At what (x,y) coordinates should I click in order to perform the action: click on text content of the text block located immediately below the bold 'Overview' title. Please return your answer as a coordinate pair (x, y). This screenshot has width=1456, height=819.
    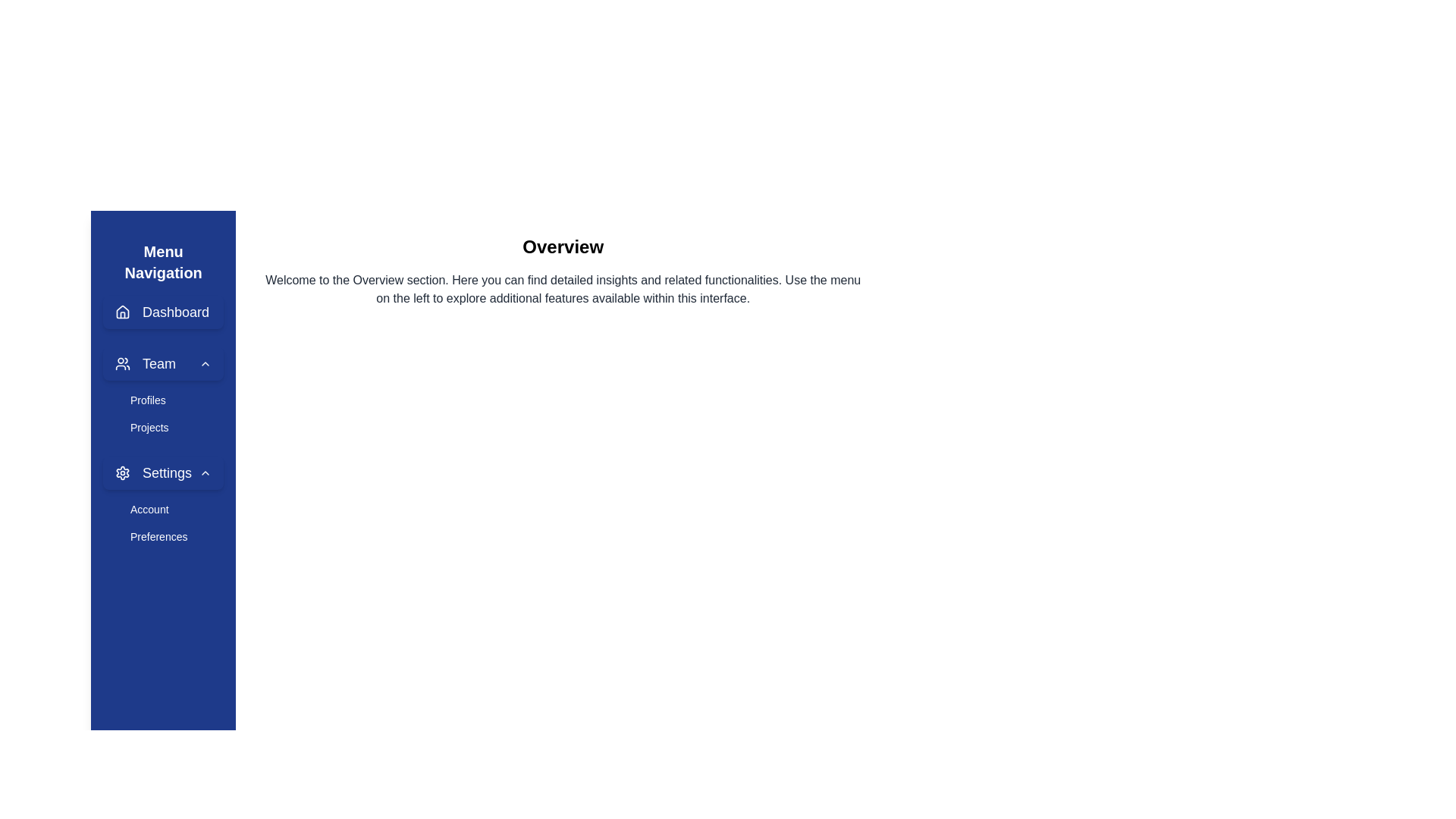
    Looking at the image, I should click on (562, 289).